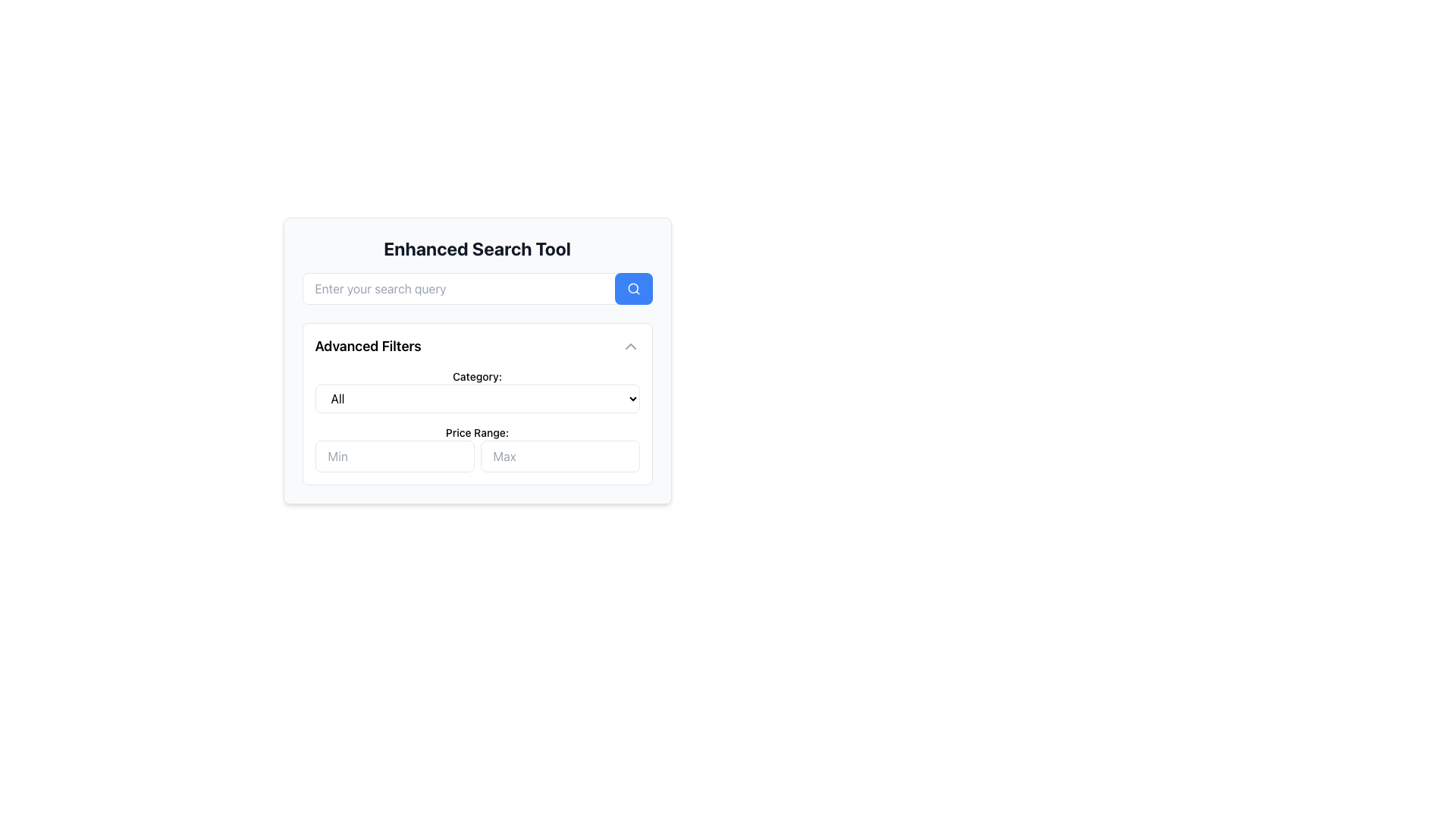 This screenshot has height=819, width=1456. Describe the element at coordinates (632, 288) in the screenshot. I see `the visual indicator within the search icon button located to the right of the 'Enter your search query' input field` at that location.